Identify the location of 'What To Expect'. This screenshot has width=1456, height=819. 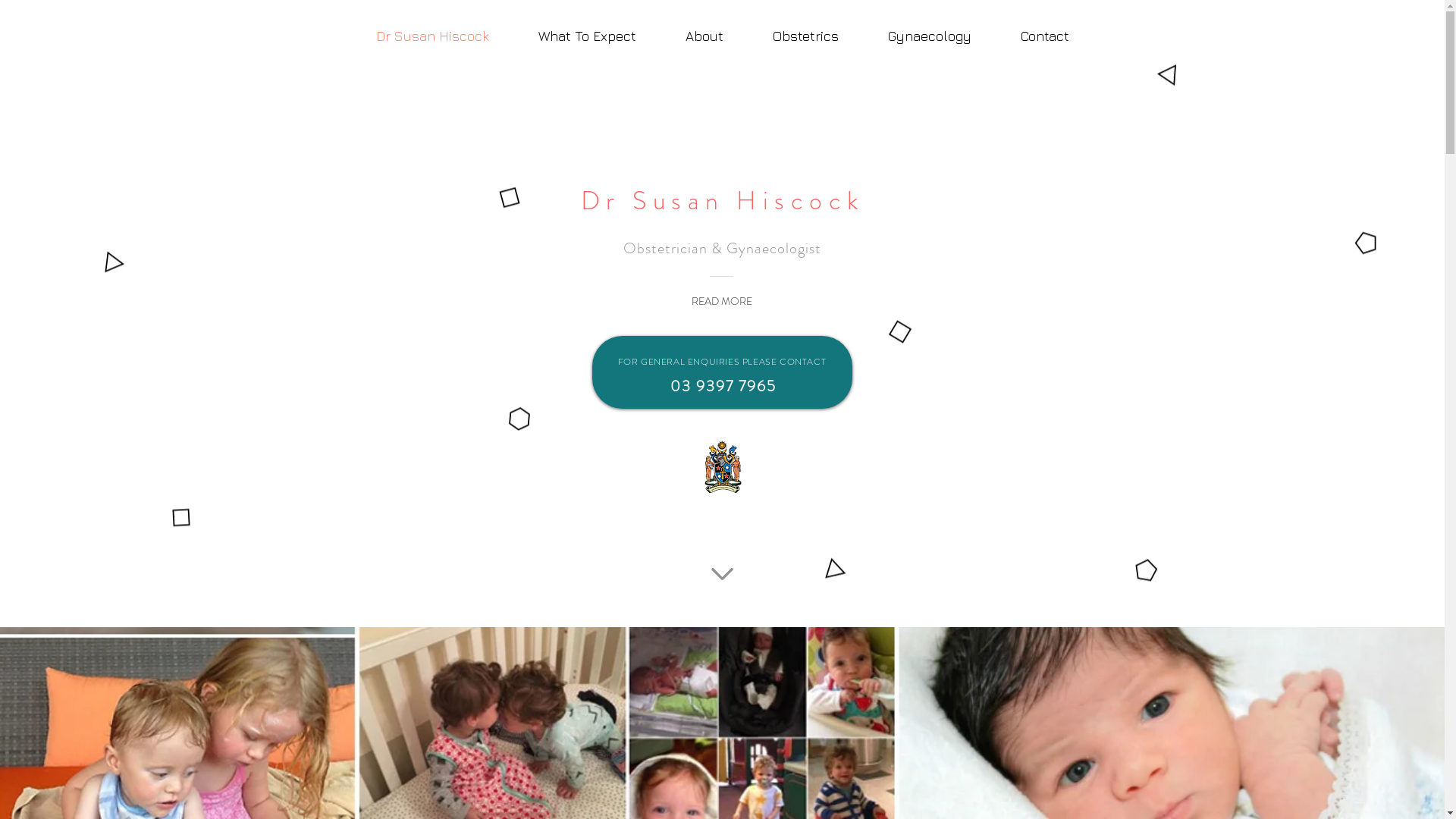
(586, 35).